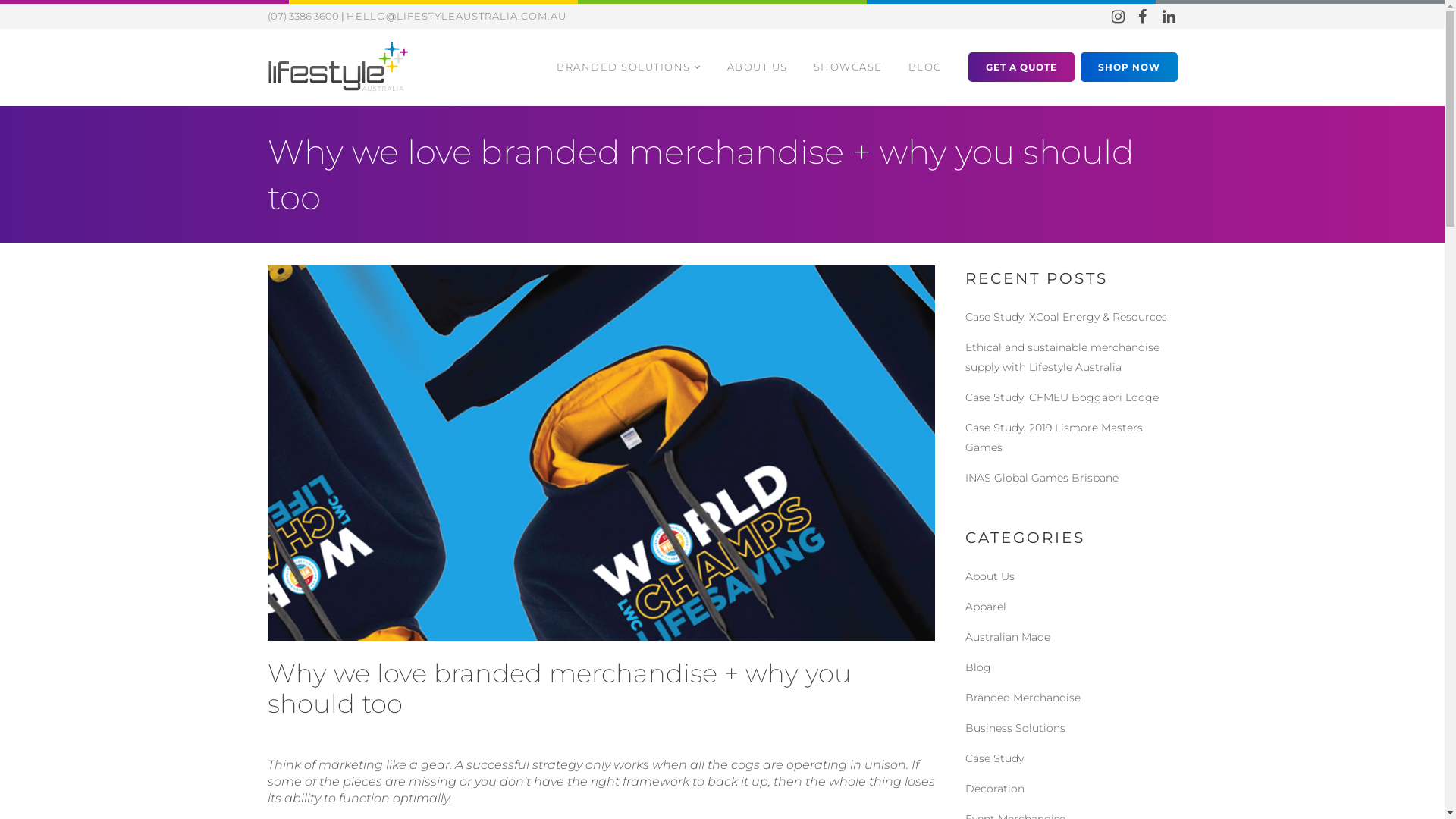  I want to click on 'ABOUT US', so click(757, 66).